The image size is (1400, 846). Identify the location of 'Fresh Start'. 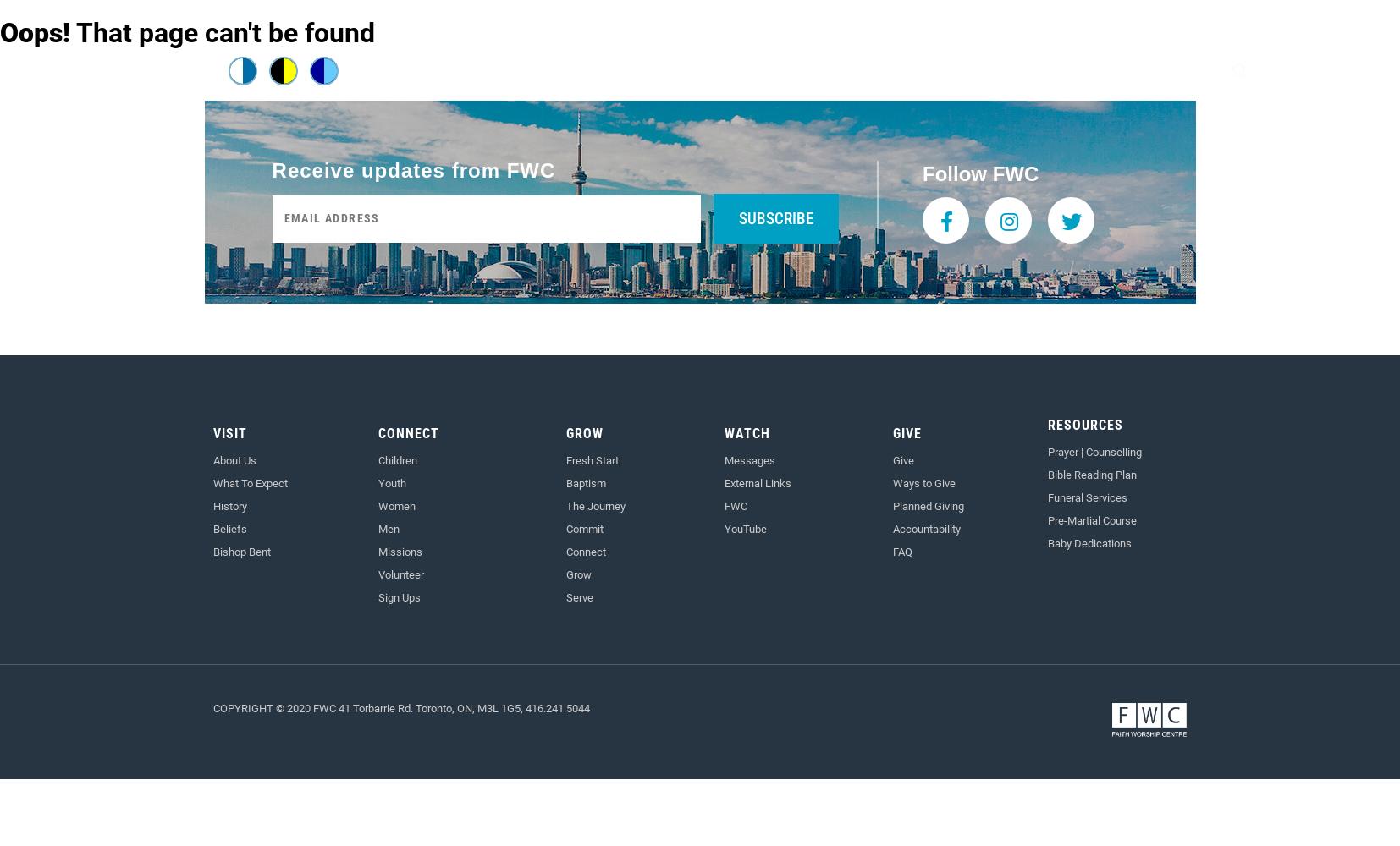
(566, 460).